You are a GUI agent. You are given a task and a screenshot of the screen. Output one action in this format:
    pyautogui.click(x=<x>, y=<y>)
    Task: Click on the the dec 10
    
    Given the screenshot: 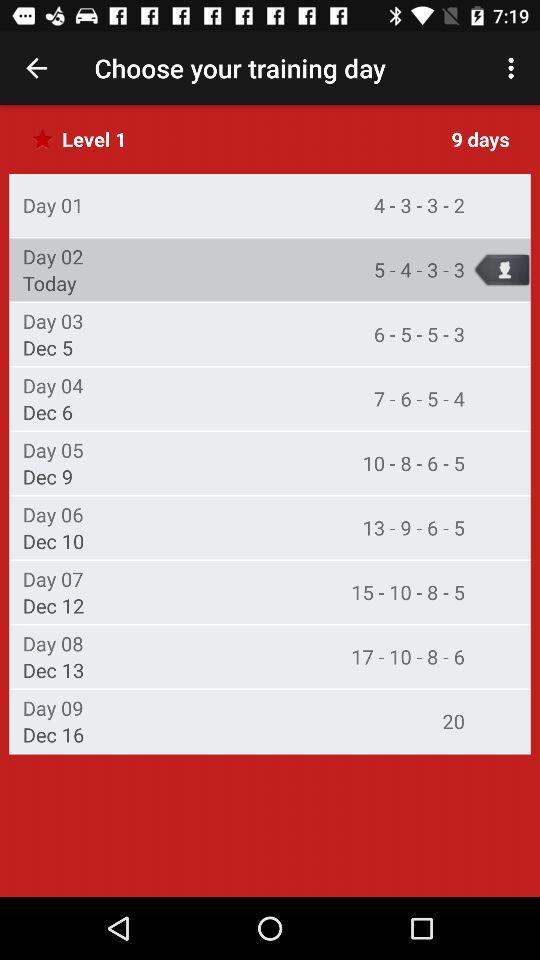 What is the action you would take?
    pyautogui.click(x=53, y=541)
    